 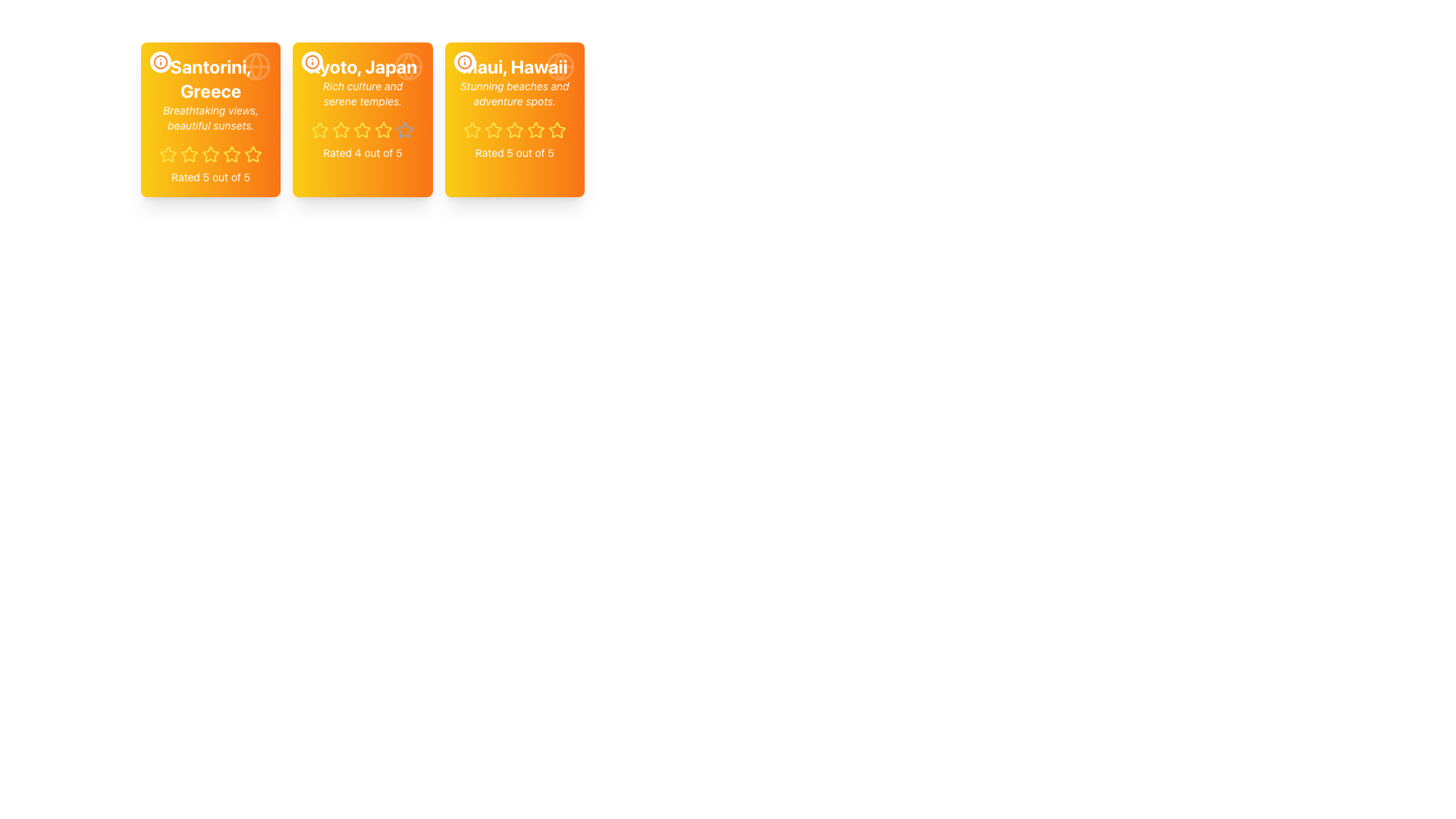 What do you see at coordinates (535, 130) in the screenshot?
I see `the vibrant yellow star icon at the bottom center of the 'Maui, Hawaii' card` at bounding box center [535, 130].